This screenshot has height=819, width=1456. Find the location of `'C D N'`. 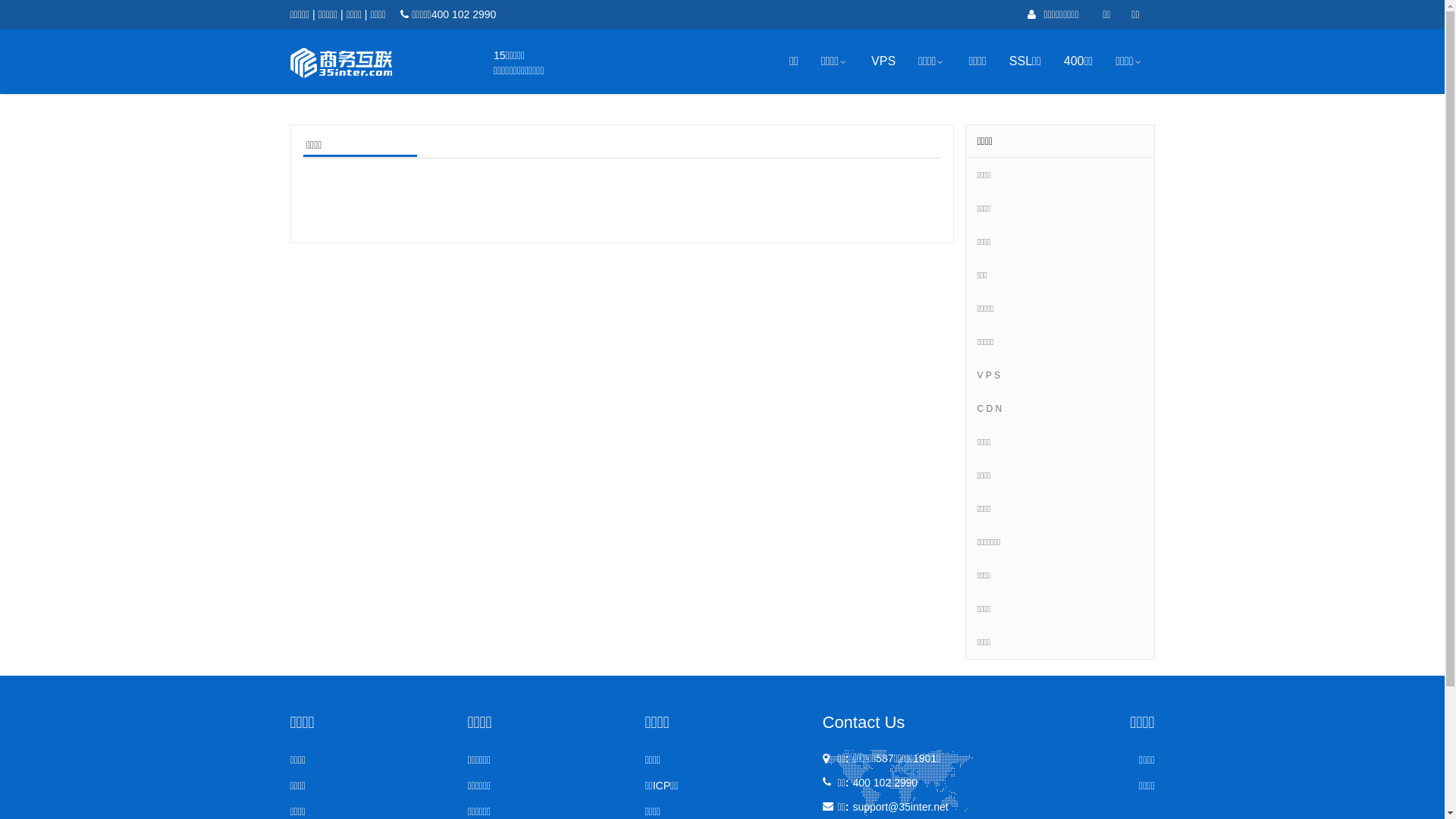

'C D N' is located at coordinates (976, 408).